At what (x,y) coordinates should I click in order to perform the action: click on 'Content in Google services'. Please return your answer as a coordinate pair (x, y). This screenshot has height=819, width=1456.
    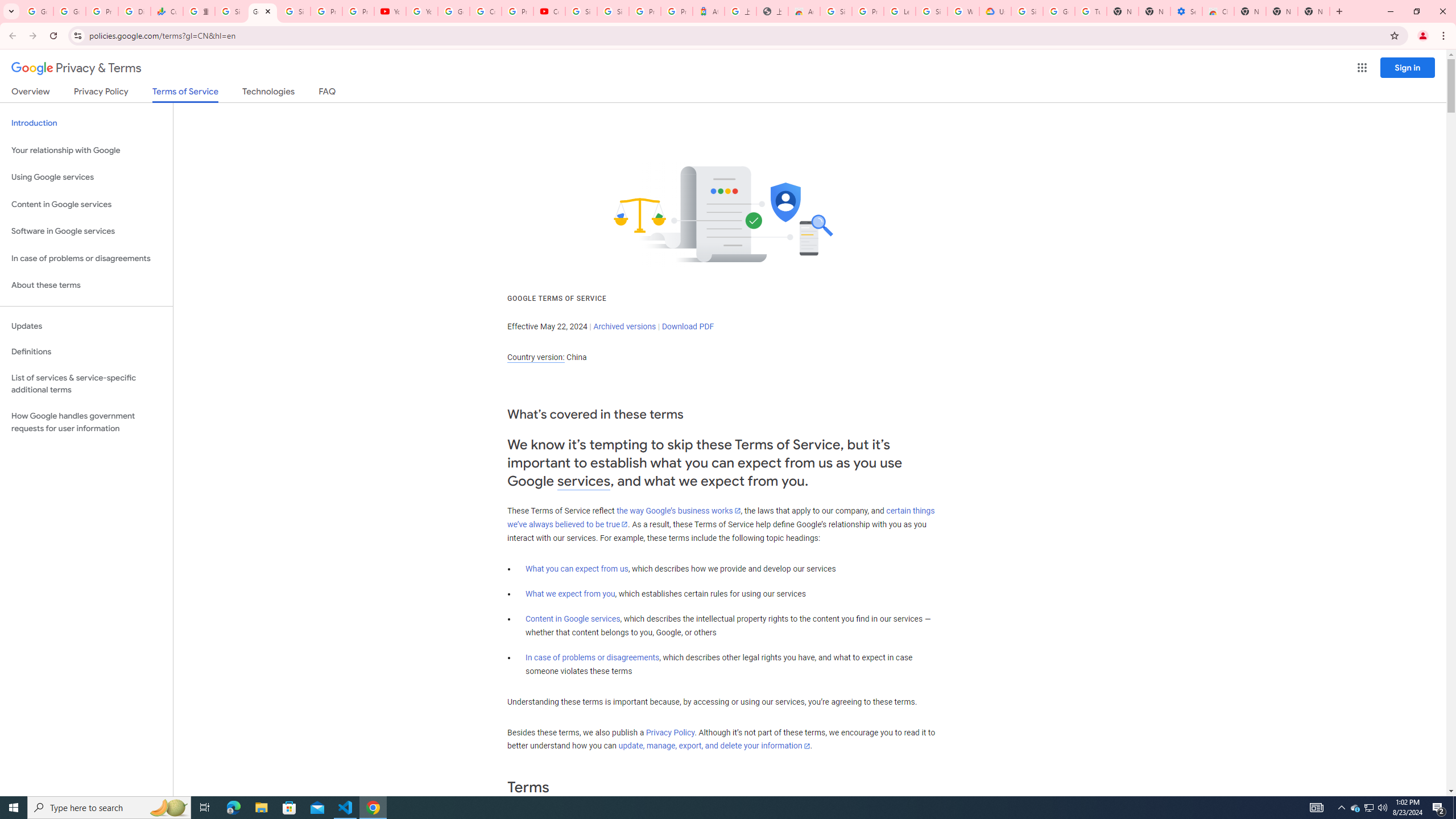
    Looking at the image, I should click on (572, 618).